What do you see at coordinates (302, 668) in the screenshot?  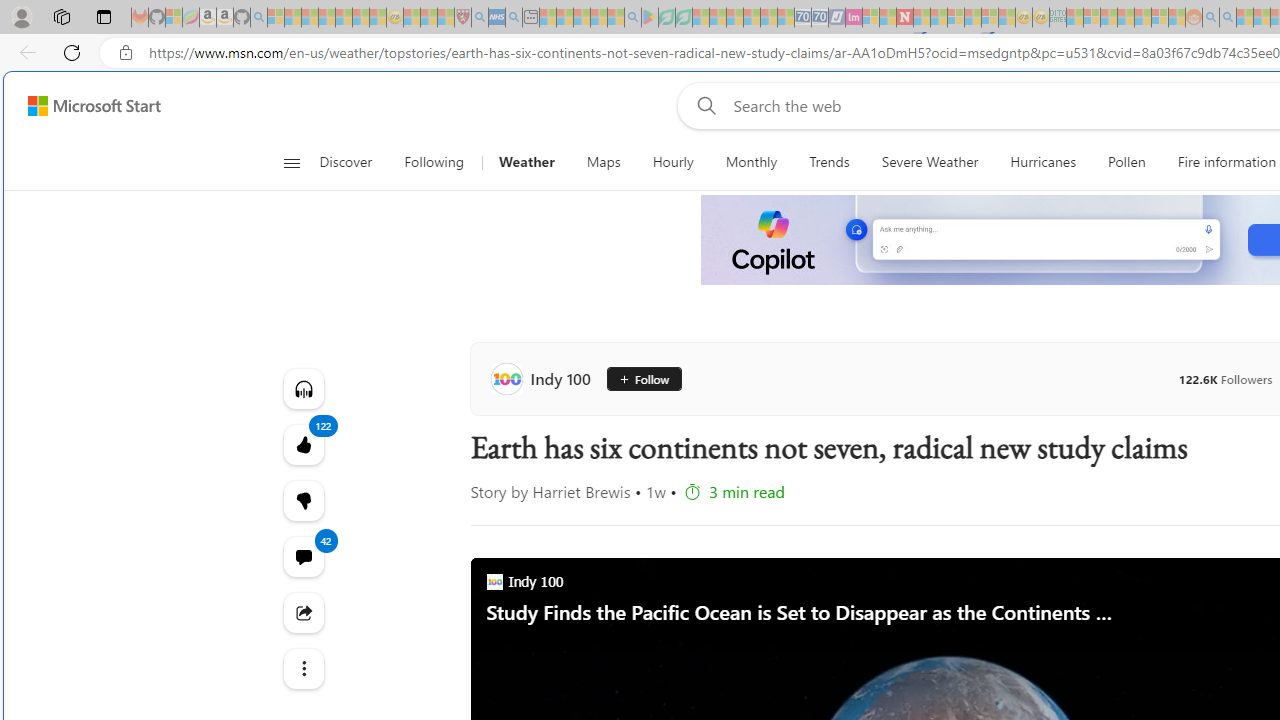 I see `'Class: at-item'` at bounding box center [302, 668].